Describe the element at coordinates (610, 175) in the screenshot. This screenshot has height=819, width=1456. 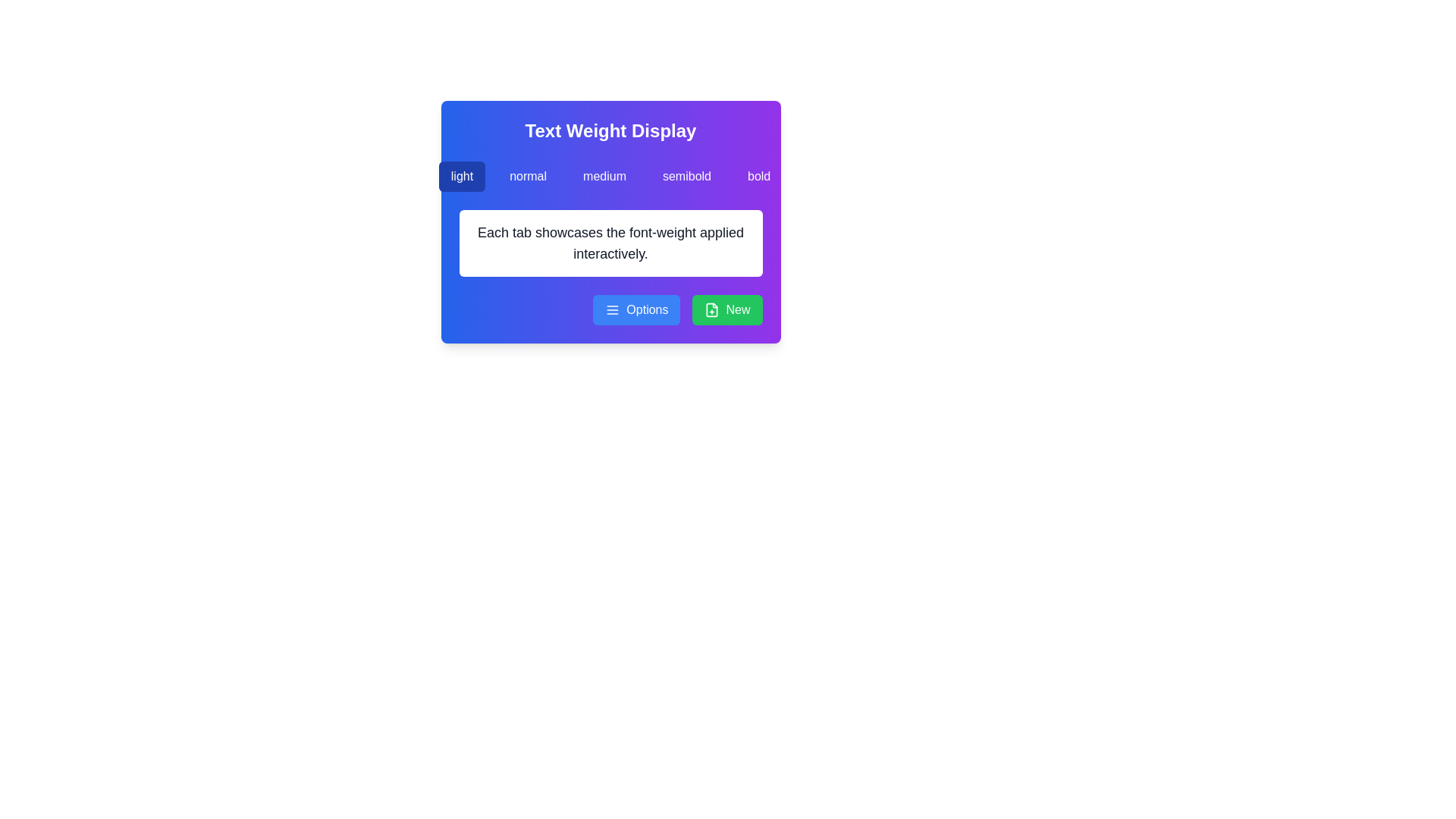
I see `the 'medium' button in the font-weight selector, which is the third button from the left in the horizontal tab selector beneath the 'Text Weight Display' title` at that location.